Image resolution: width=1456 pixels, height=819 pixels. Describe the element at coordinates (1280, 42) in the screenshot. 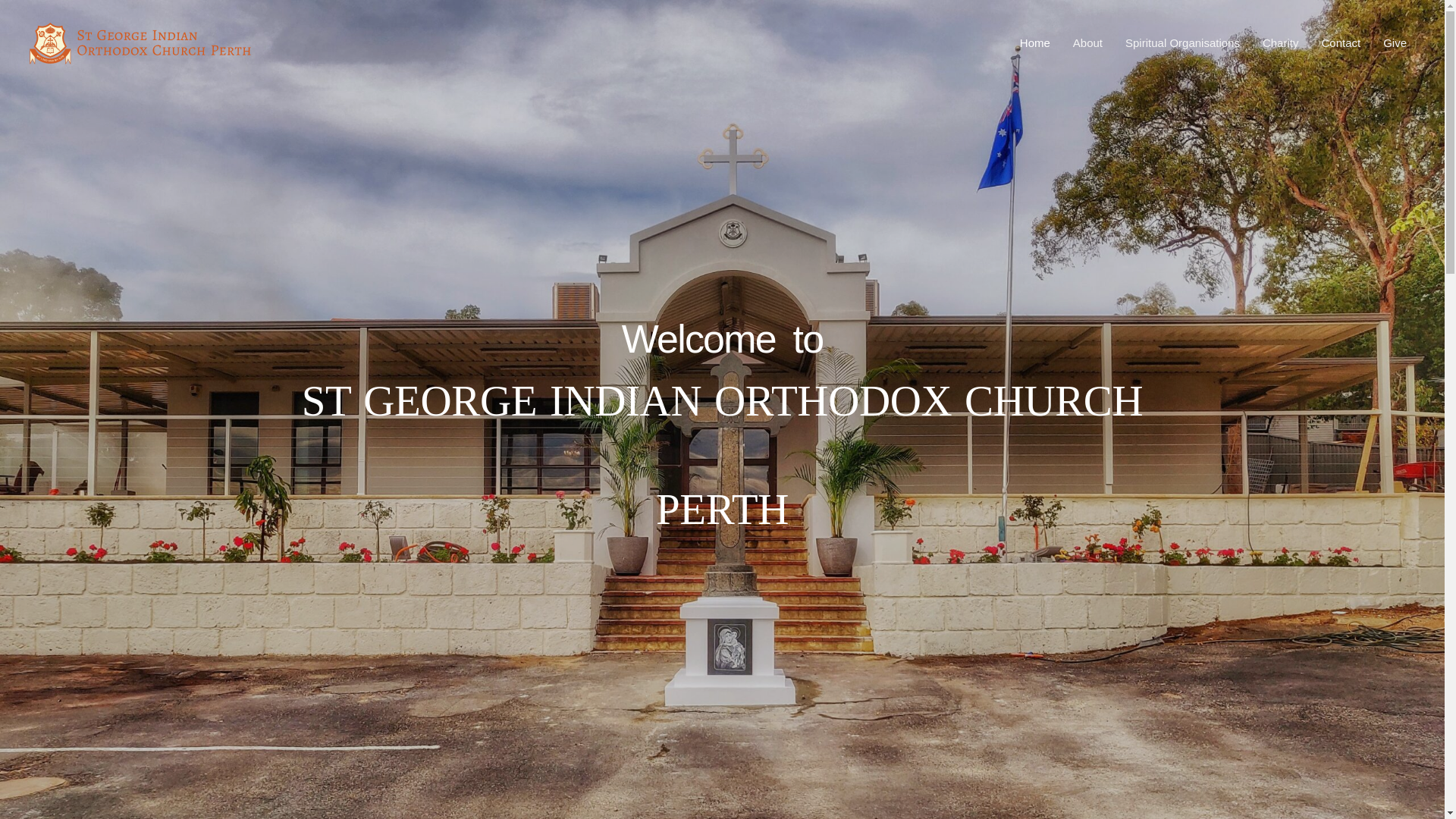

I see `'Charity'` at that location.